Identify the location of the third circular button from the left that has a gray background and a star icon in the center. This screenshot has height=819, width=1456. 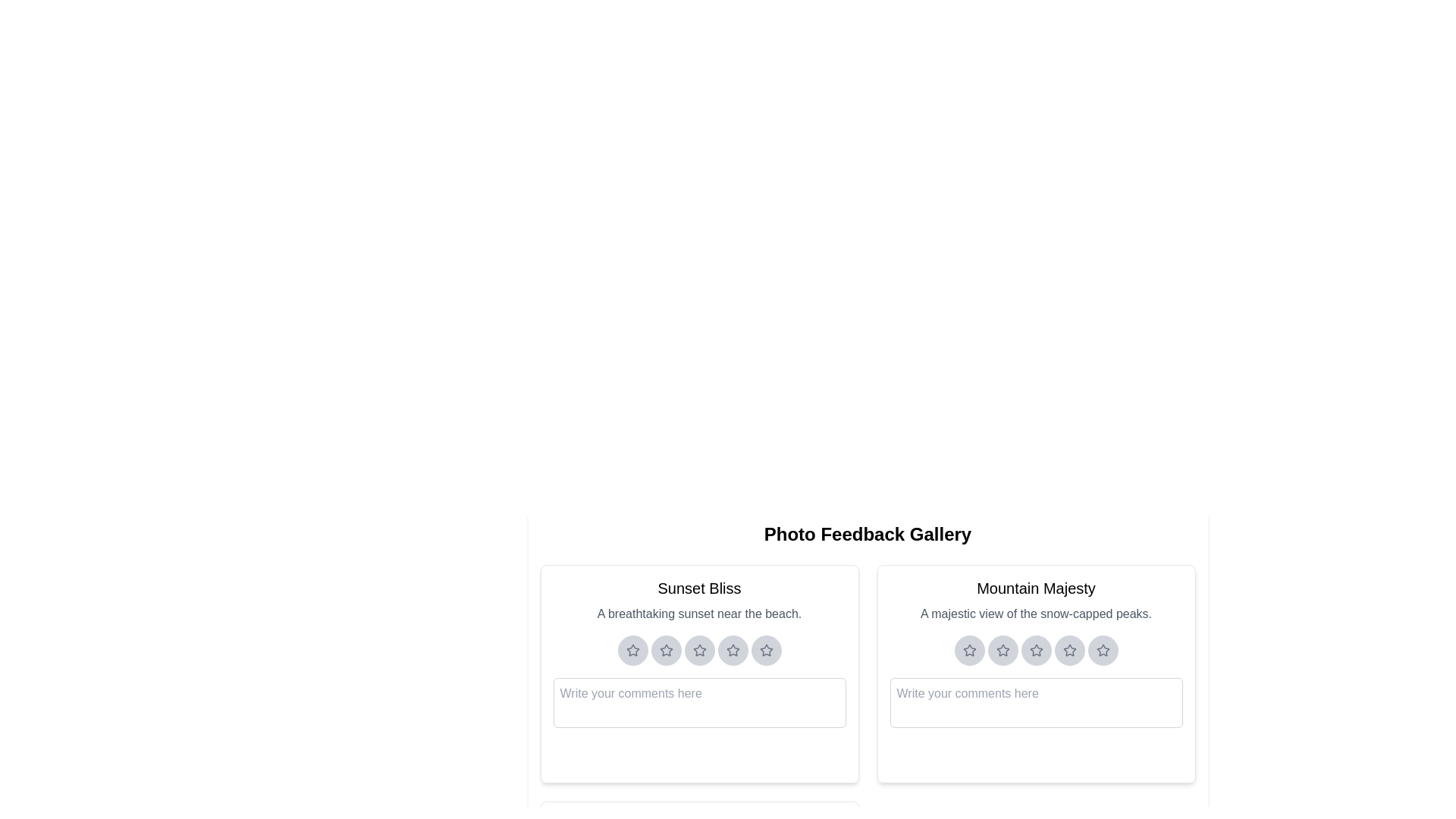
(1035, 649).